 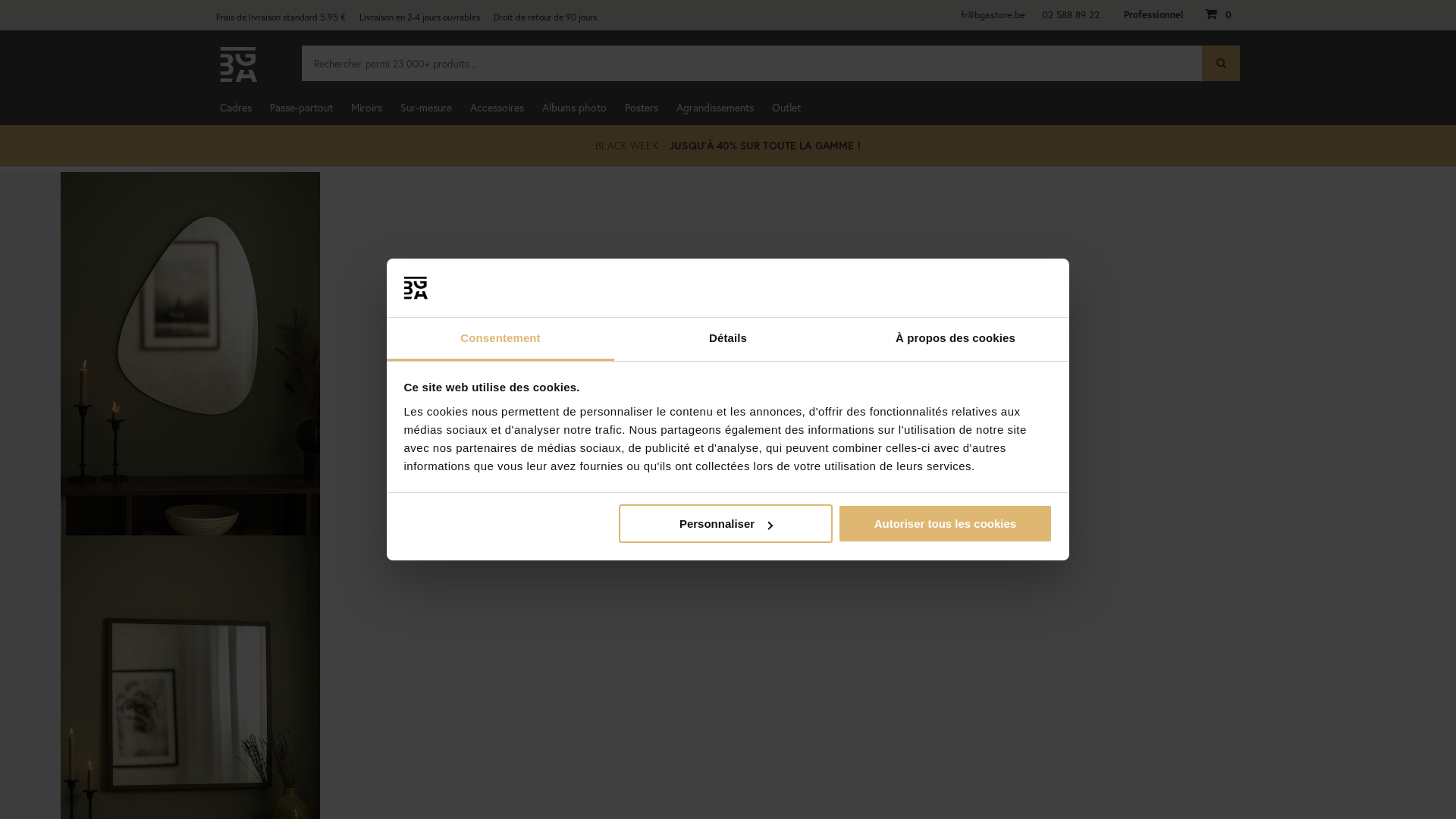 What do you see at coordinates (573, 106) in the screenshot?
I see `'Albums photo'` at bounding box center [573, 106].